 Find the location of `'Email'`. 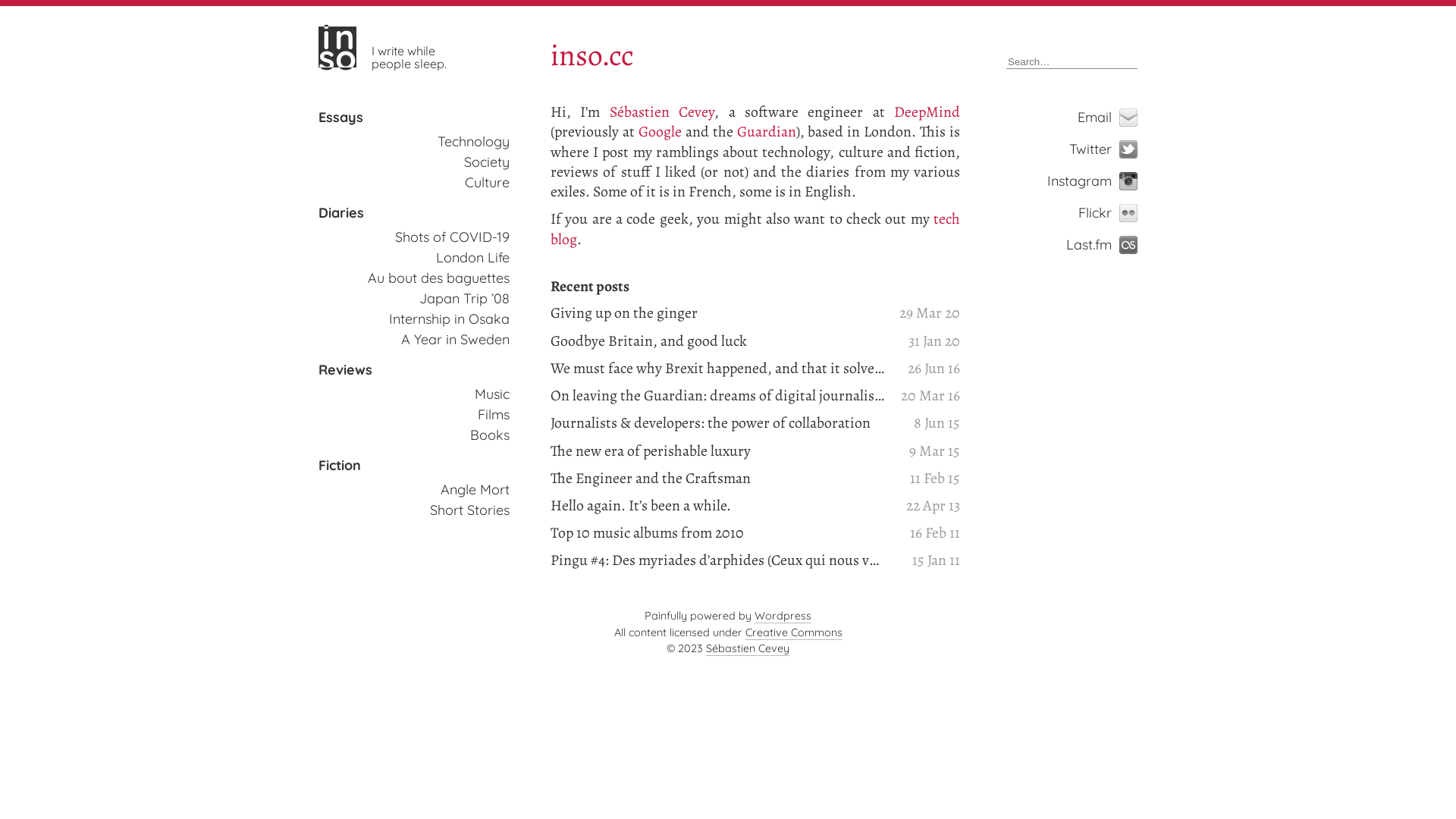

'Email' is located at coordinates (1115, 116).